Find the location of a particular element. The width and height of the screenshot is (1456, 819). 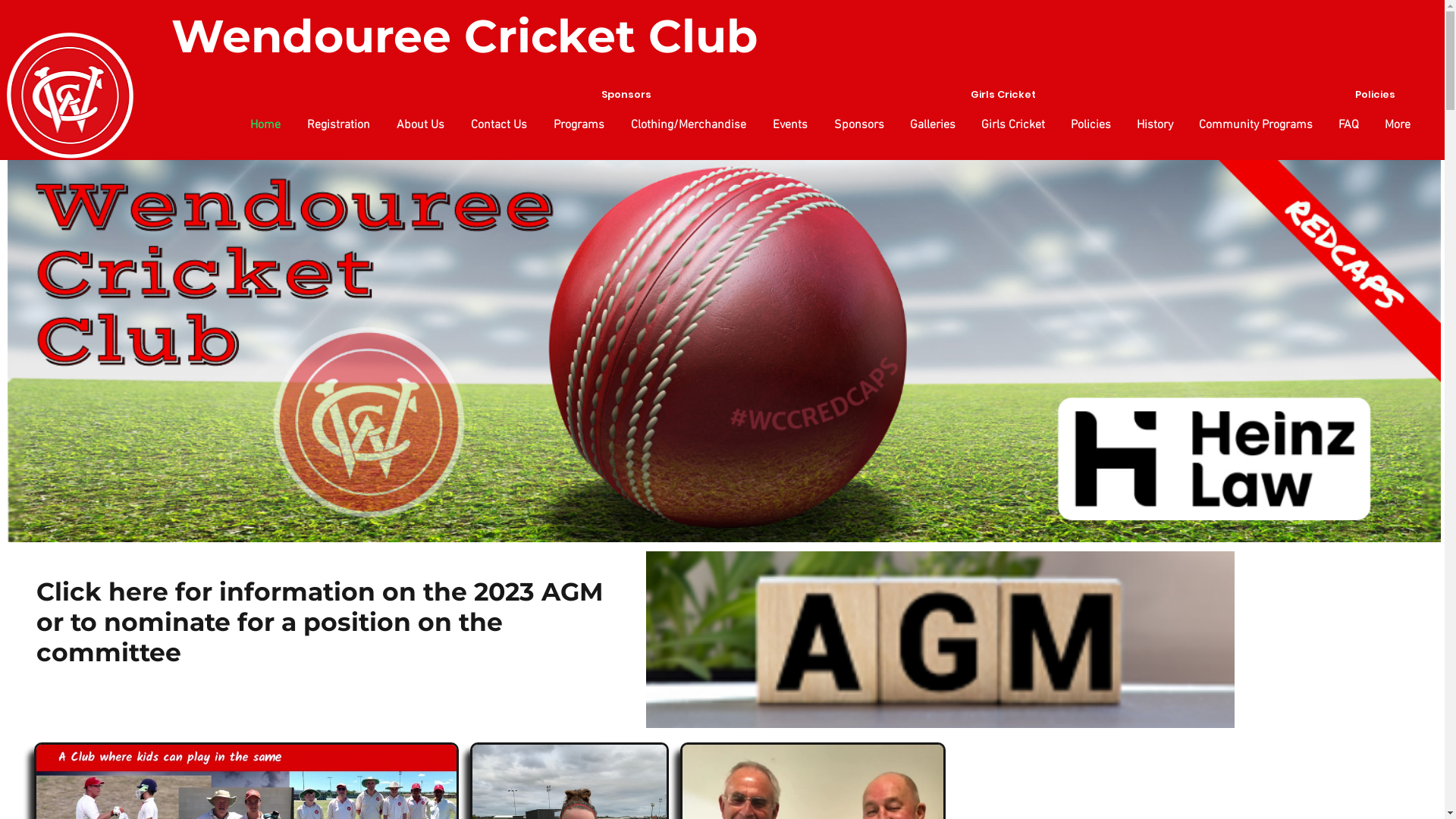

'Contact Us' is located at coordinates (497, 124).